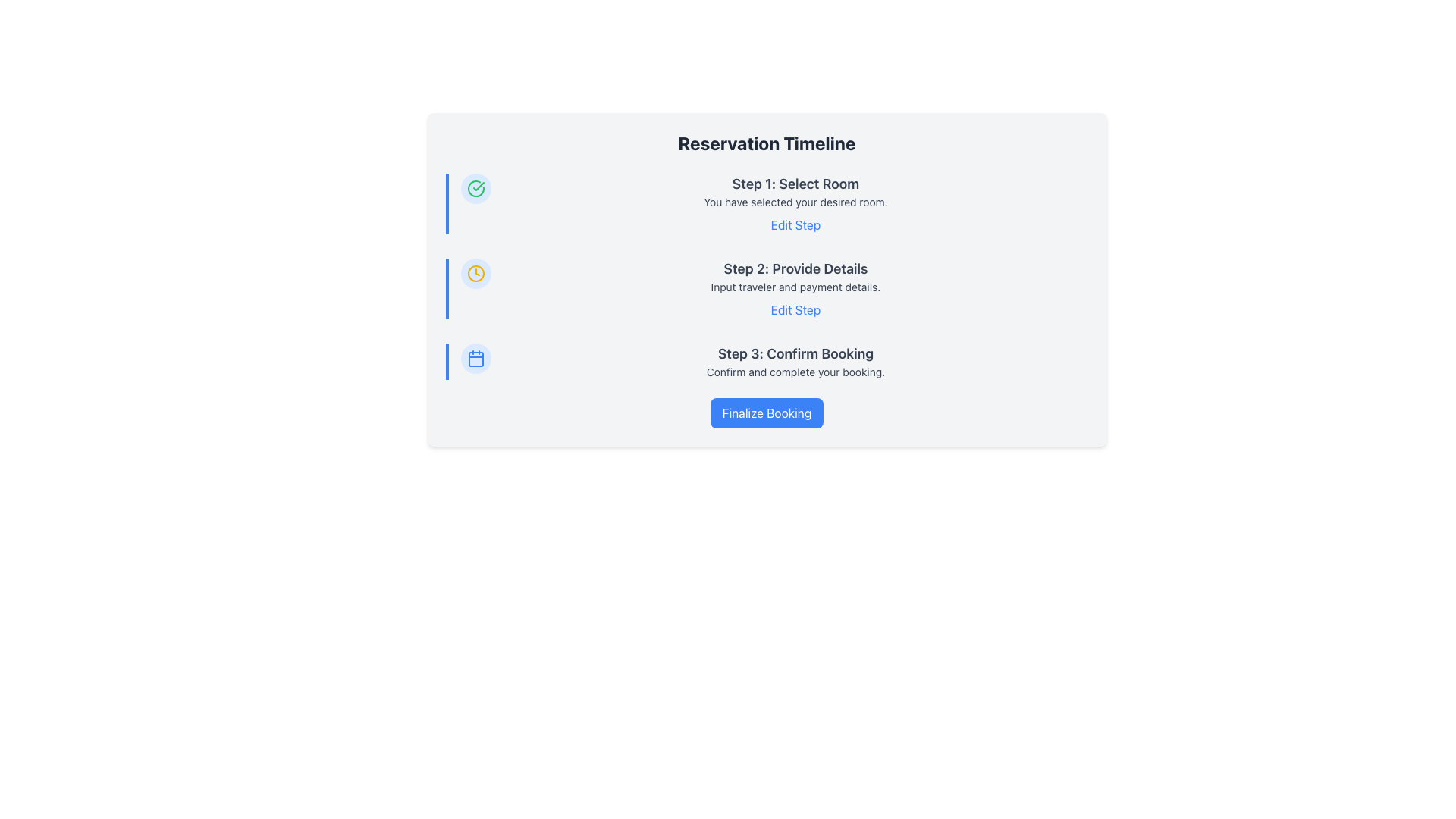  Describe the element at coordinates (475, 188) in the screenshot. I see `the Indicator Icon that represents the completion of 'Step 1: Select Room', located in the left-most column adjacent to the text 'Step 1: Select Room'` at that location.